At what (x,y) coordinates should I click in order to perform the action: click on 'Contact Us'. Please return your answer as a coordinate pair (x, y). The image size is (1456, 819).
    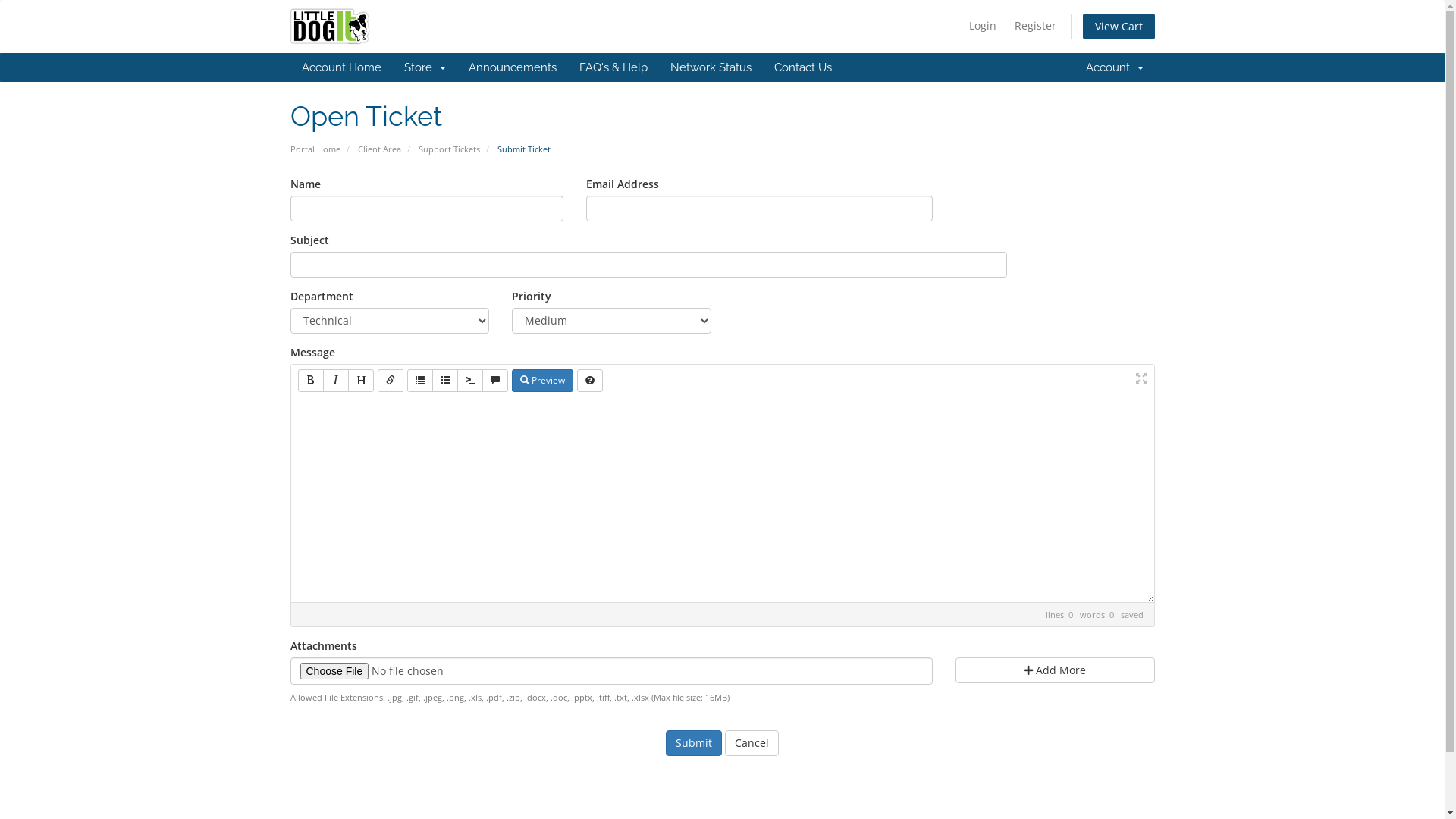
    Looking at the image, I should click on (802, 66).